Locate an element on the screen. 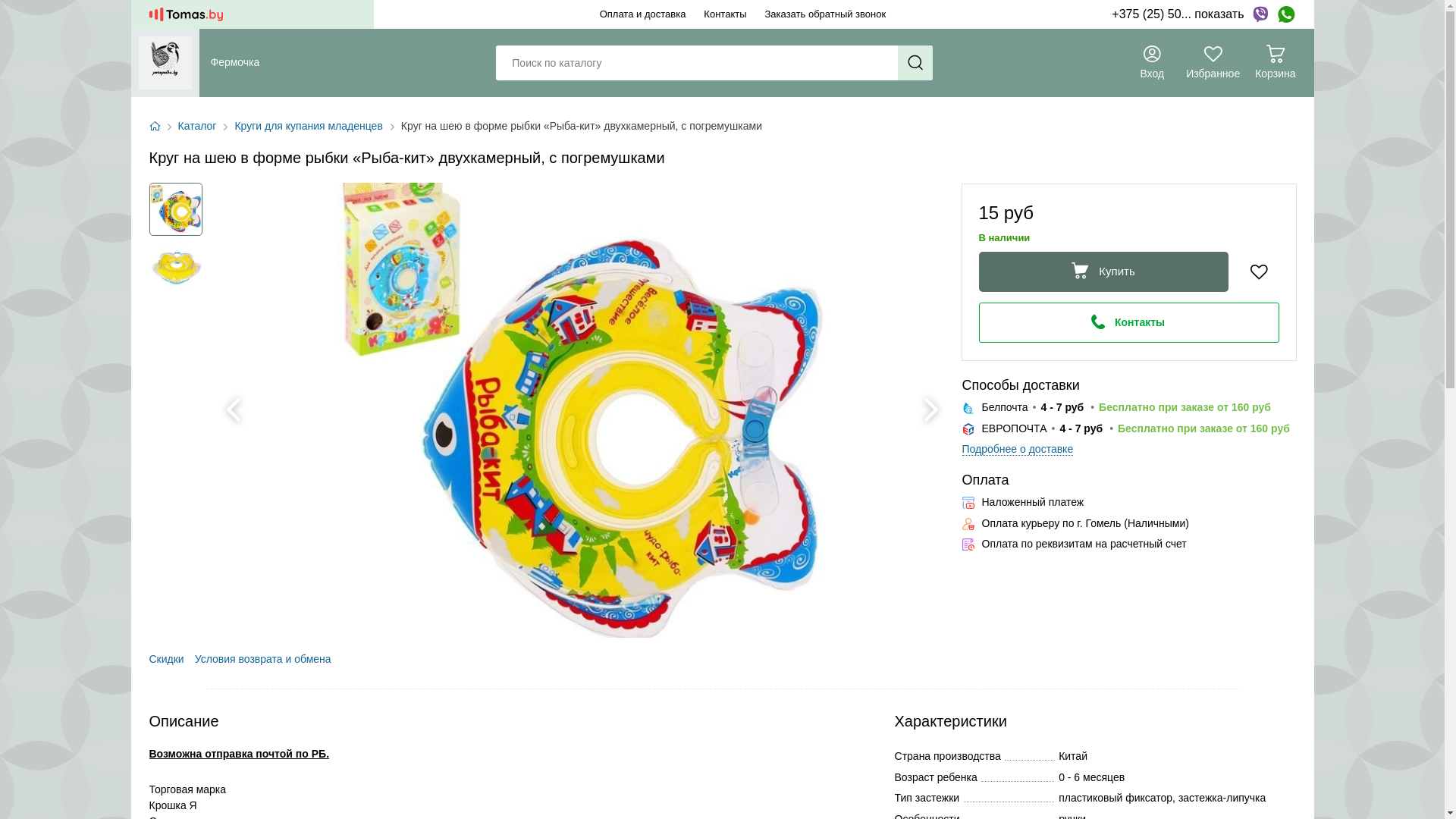  'Viber' is located at coordinates (1260, 14).